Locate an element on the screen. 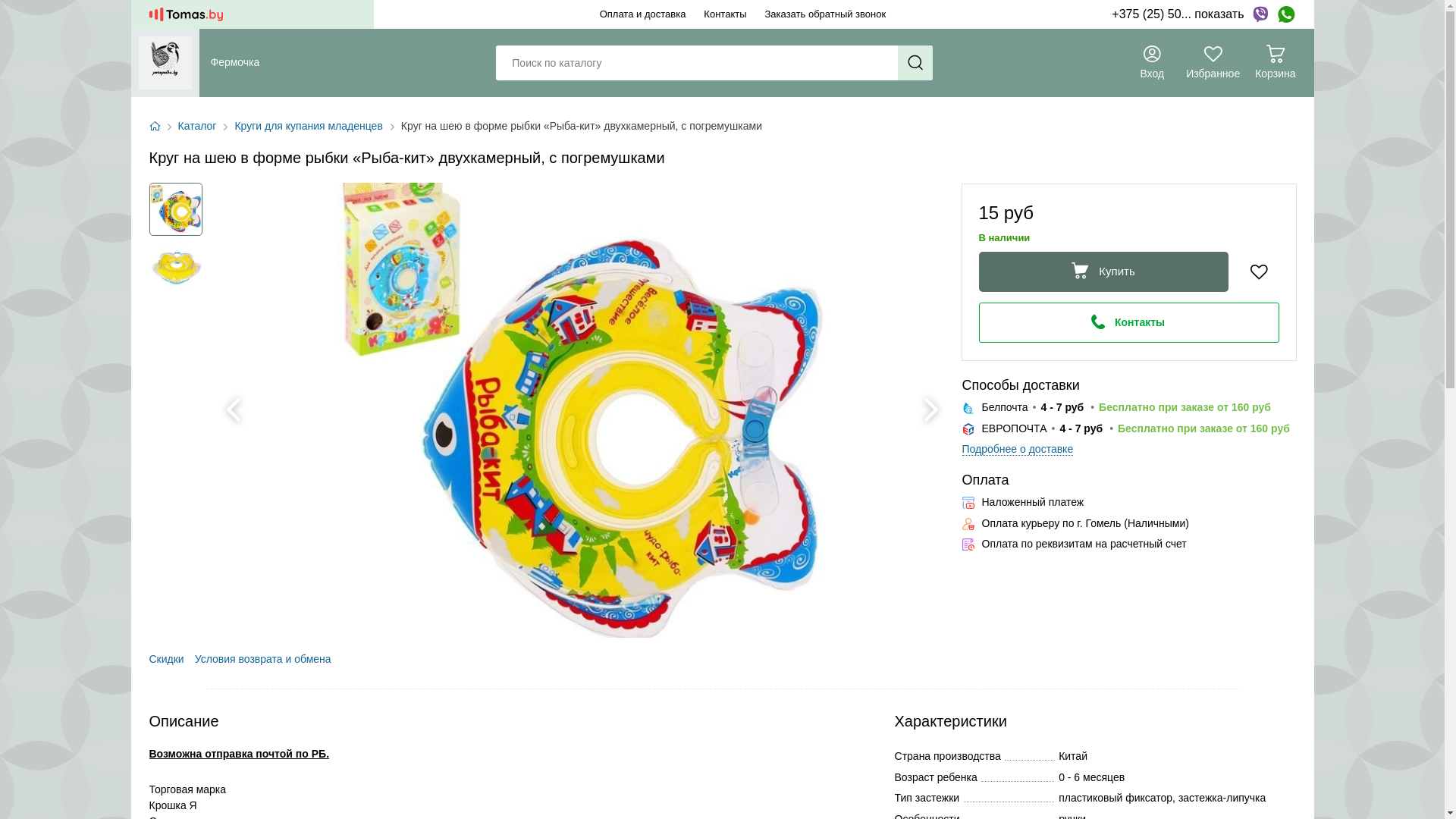  'Viber' is located at coordinates (1260, 14).